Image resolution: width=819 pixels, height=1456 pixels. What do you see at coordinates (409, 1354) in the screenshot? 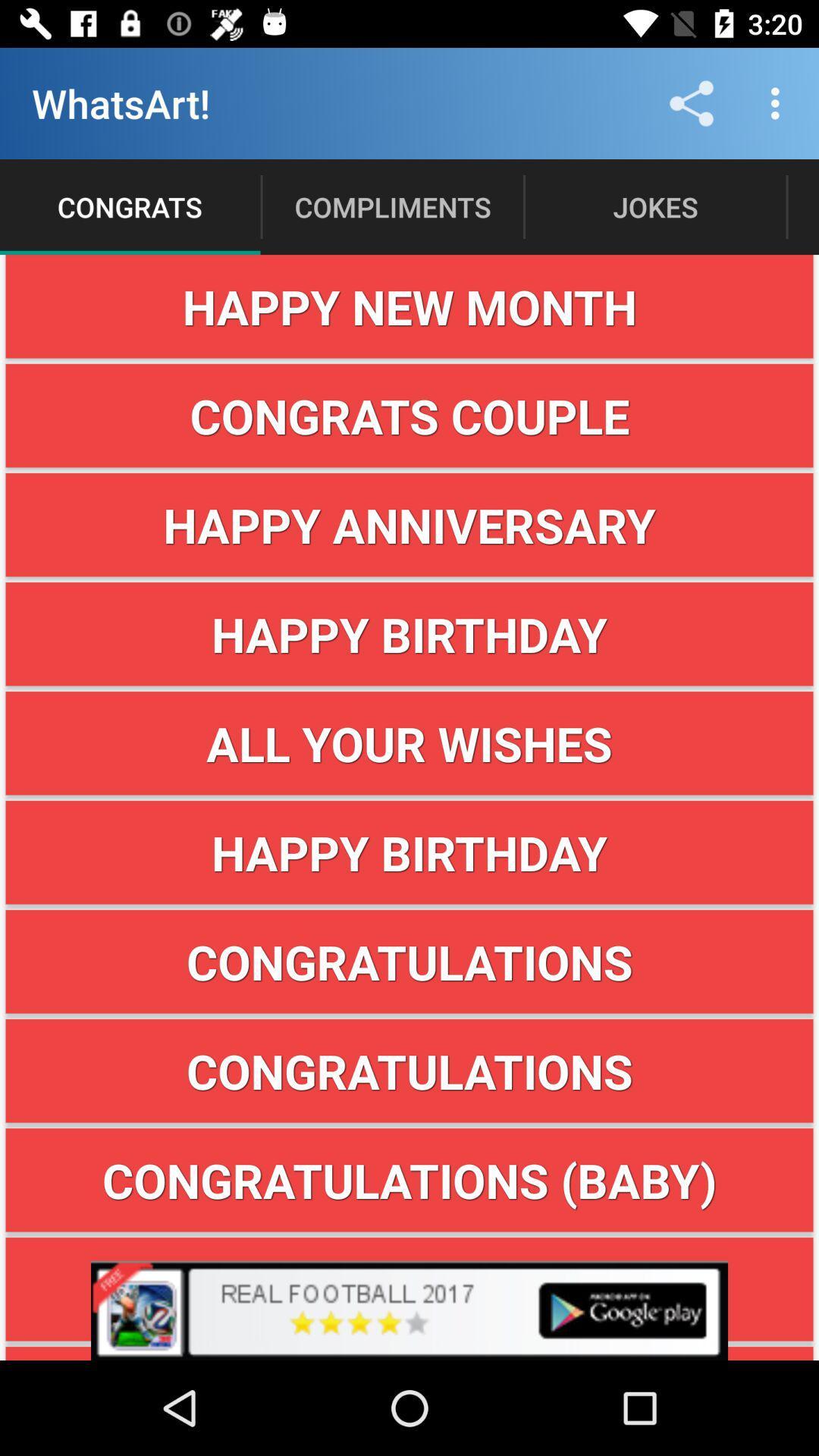
I see `item below wow icon` at bounding box center [409, 1354].